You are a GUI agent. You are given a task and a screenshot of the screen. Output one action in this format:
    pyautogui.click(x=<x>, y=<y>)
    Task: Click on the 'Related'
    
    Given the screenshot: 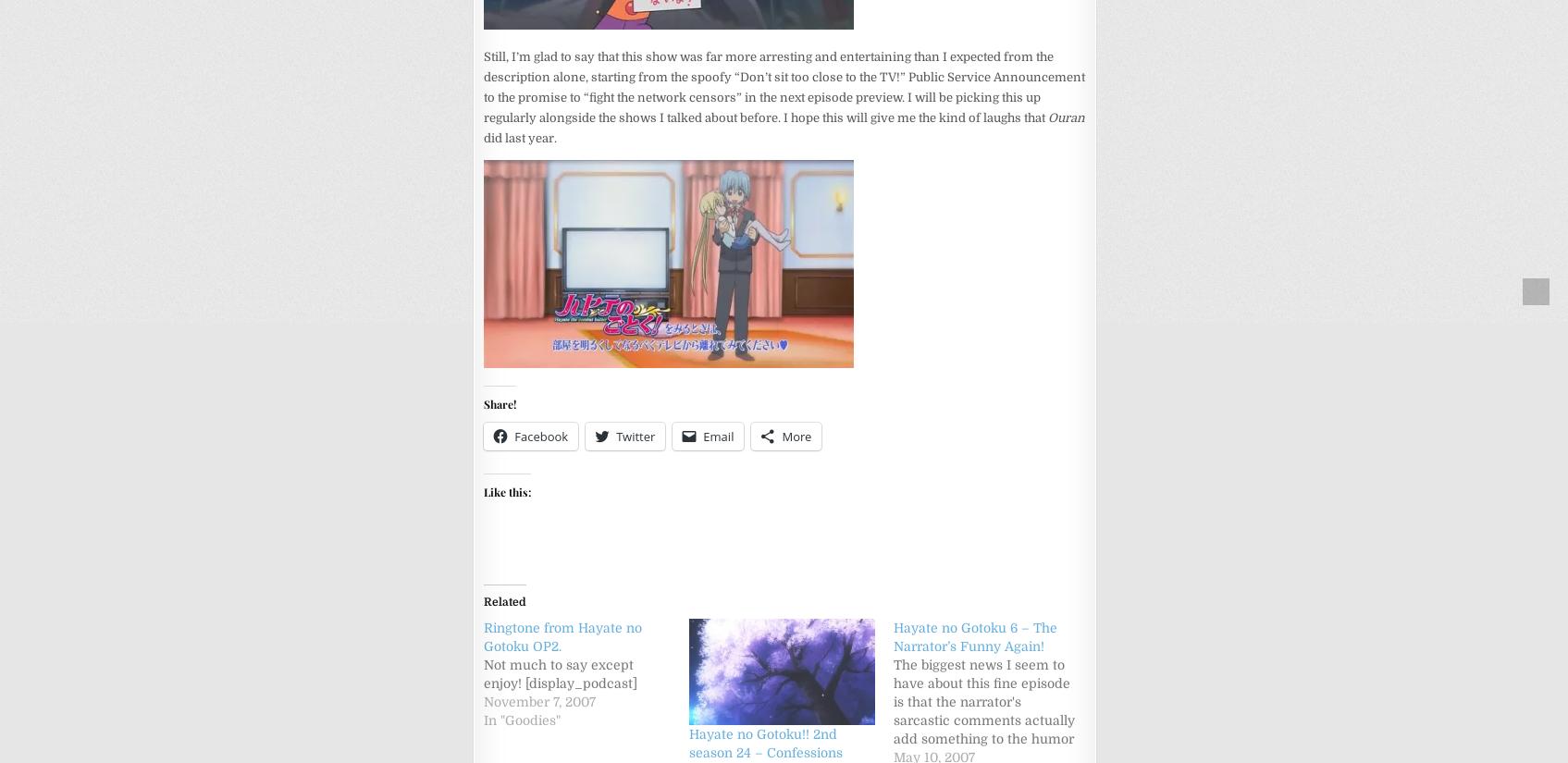 What is the action you would take?
    pyautogui.click(x=484, y=600)
    